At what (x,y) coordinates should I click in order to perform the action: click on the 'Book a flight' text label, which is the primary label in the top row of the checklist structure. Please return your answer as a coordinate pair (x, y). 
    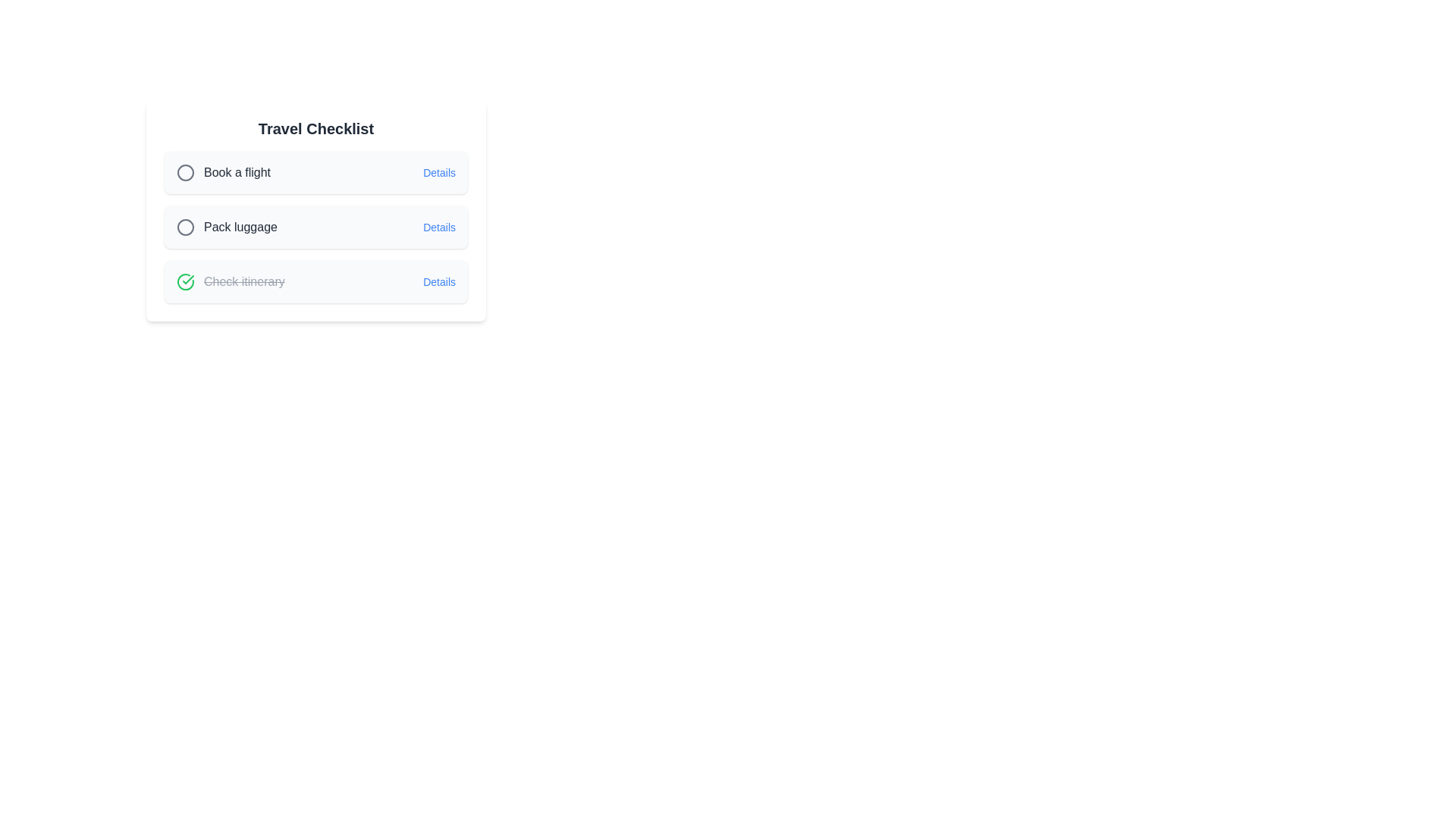
    Looking at the image, I should click on (223, 171).